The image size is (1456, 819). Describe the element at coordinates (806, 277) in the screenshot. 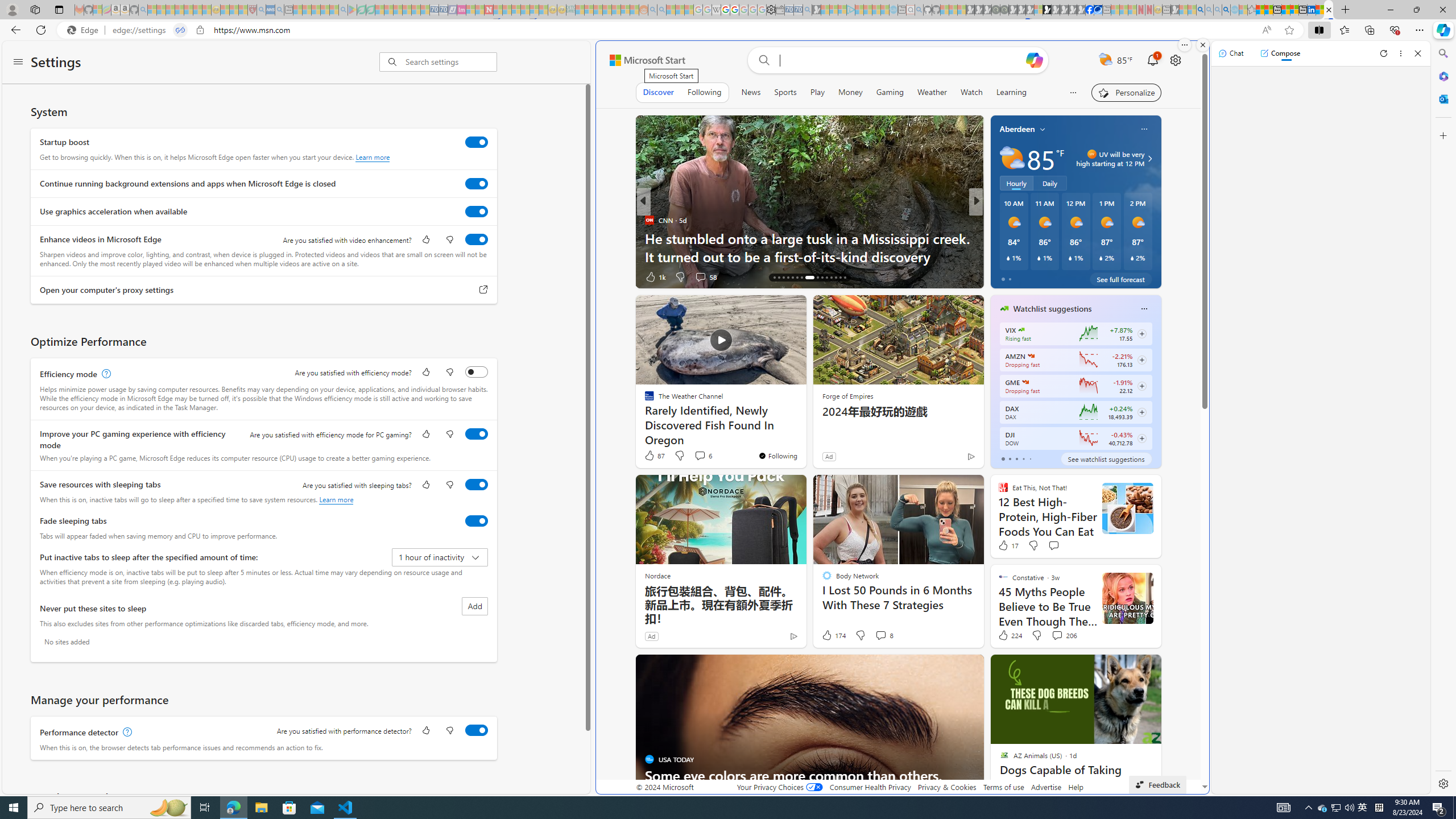

I see `'AutomationID: tab-23'` at that location.